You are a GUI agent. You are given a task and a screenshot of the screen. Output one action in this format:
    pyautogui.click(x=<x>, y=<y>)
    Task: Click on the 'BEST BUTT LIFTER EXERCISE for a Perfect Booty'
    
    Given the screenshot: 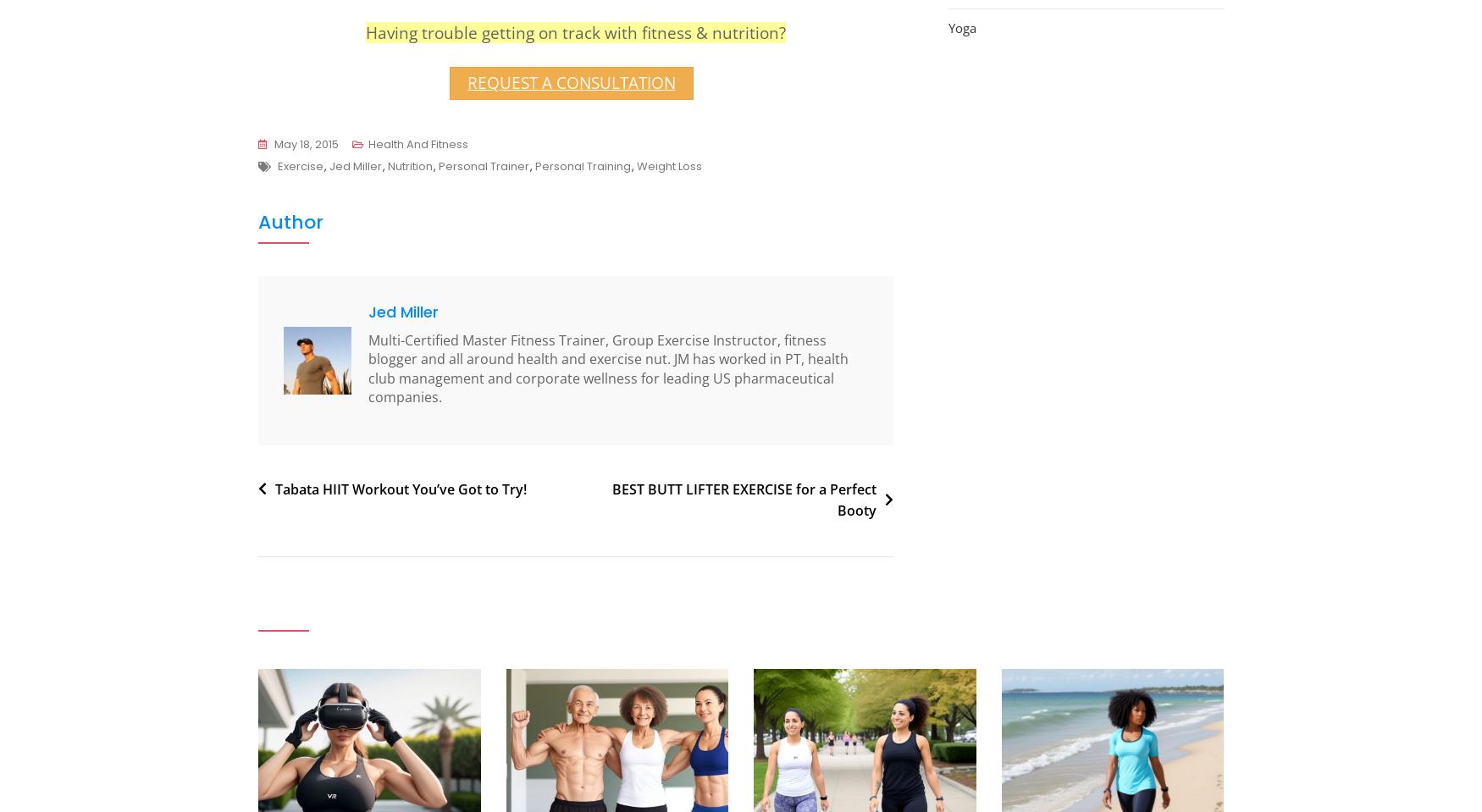 What is the action you would take?
    pyautogui.click(x=611, y=498)
    